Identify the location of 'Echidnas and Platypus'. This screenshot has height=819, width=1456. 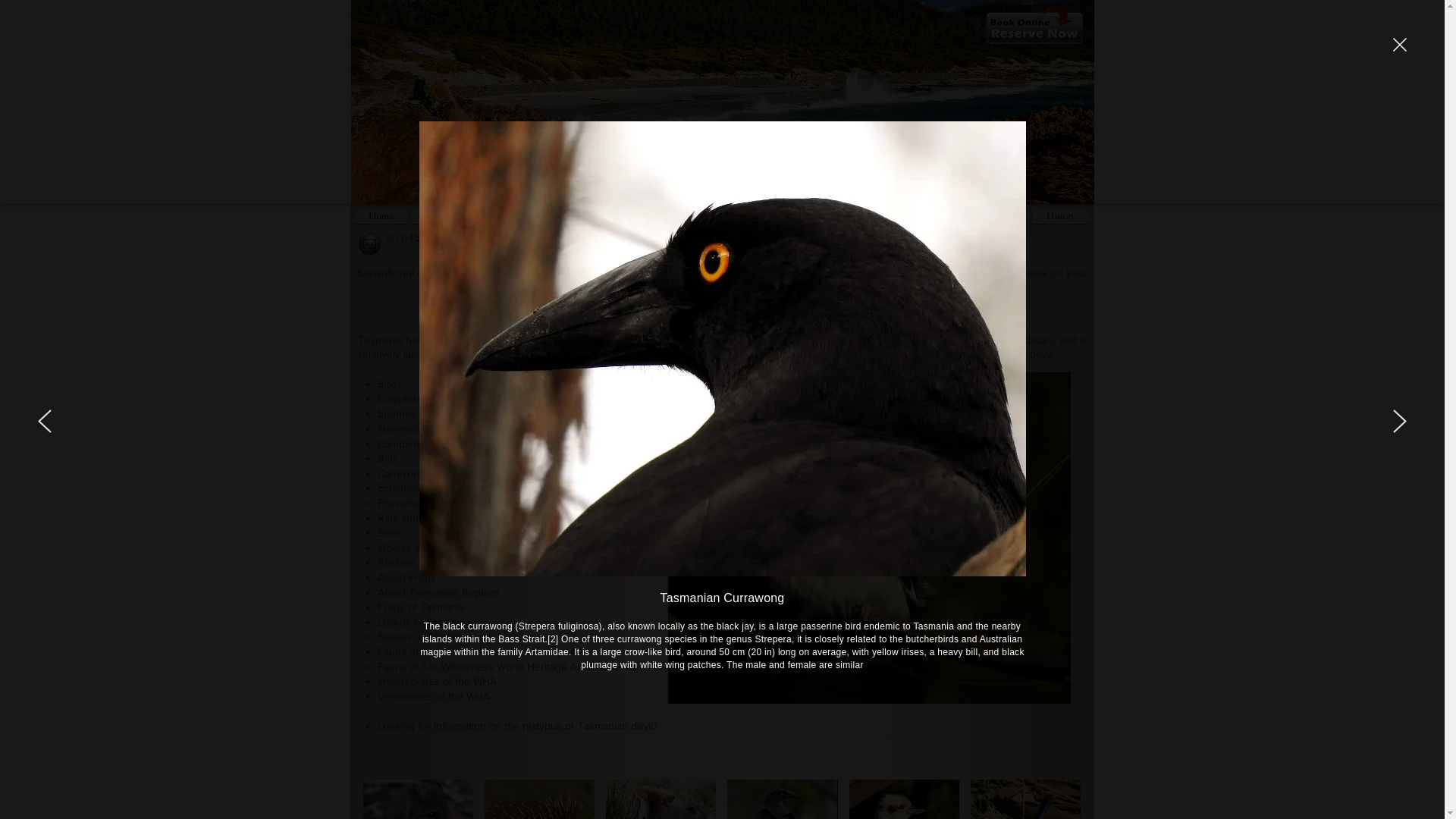
(429, 488).